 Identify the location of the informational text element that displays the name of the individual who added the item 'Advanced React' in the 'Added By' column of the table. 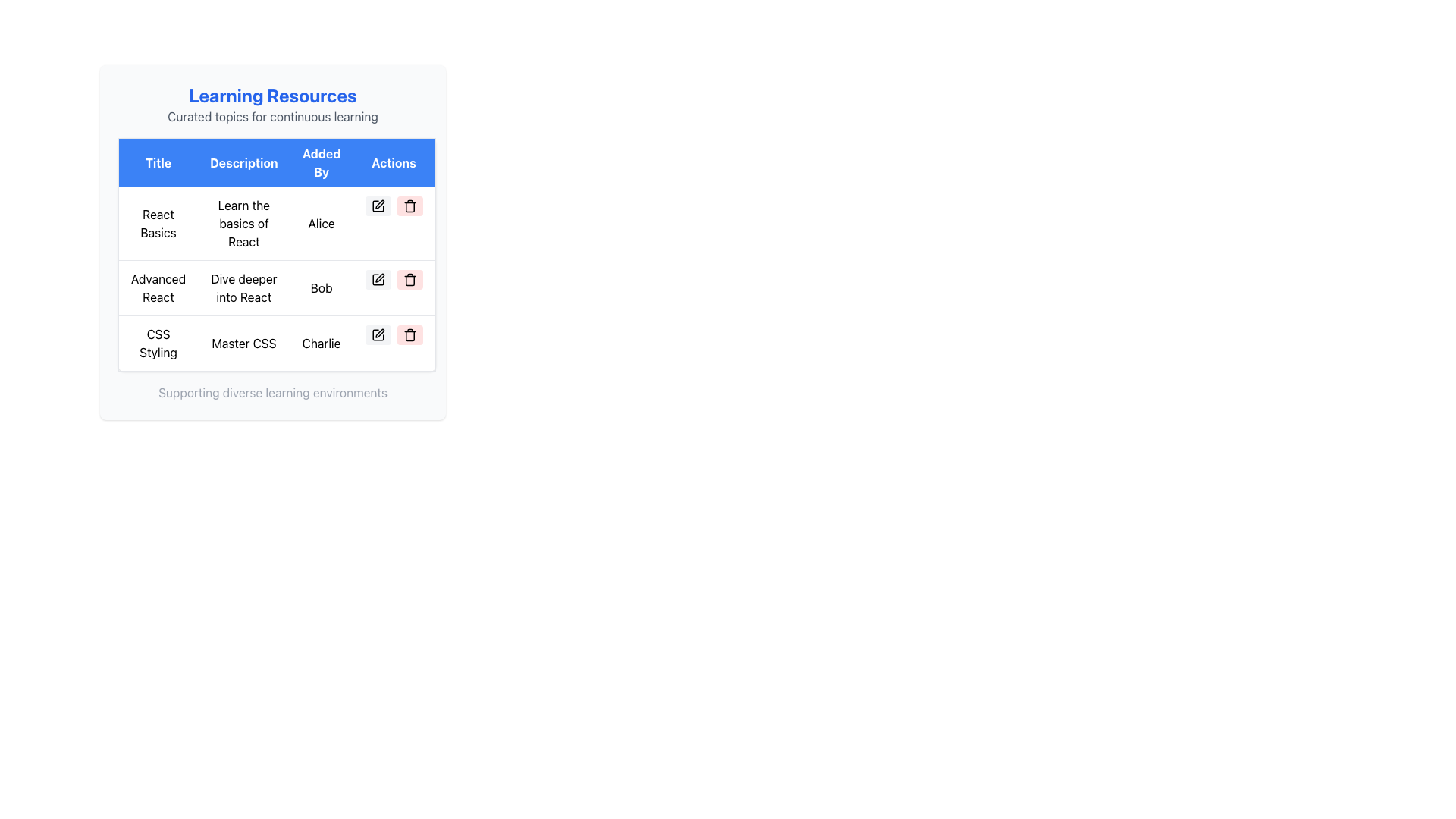
(321, 288).